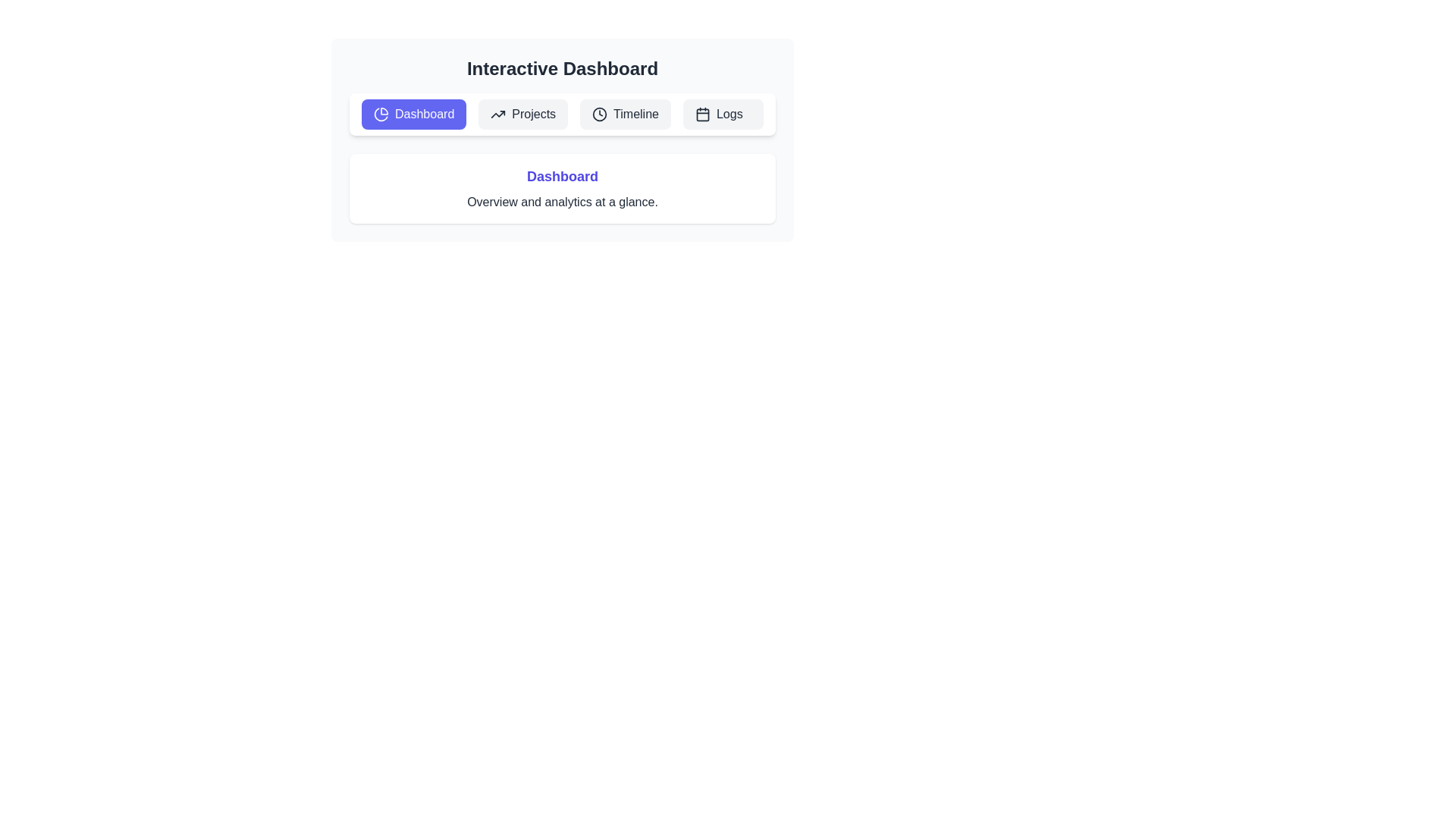 The image size is (1456, 819). What do you see at coordinates (562, 175) in the screenshot?
I see `the 'Dashboard' text label, which is displayed in bold with a large font size and deep indigo color, located inside a rounded white card` at bounding box center [562, 175].